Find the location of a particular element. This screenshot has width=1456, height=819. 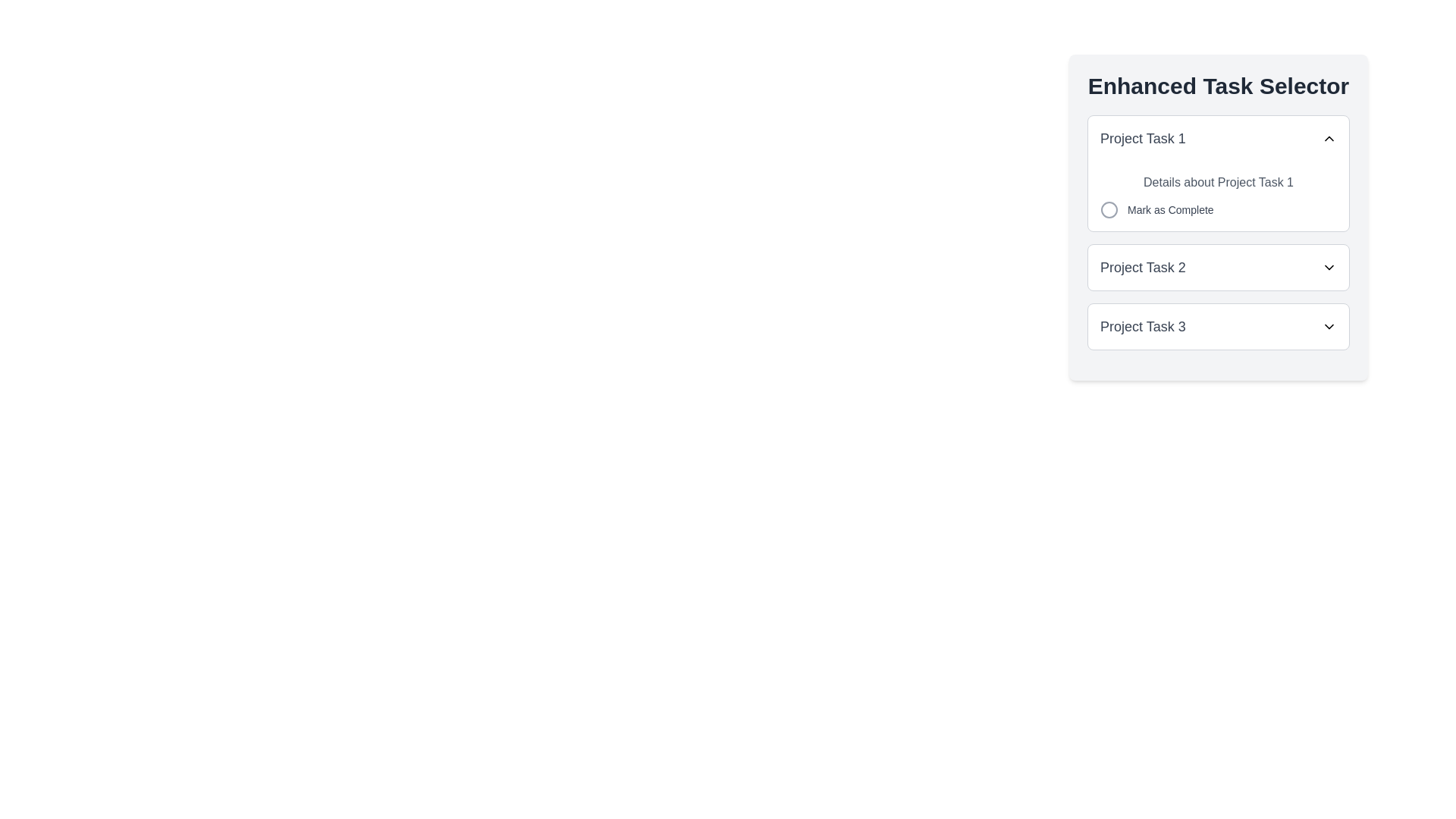

the text label reading 'Project Task 1' is located at coordinates (1143, 138).